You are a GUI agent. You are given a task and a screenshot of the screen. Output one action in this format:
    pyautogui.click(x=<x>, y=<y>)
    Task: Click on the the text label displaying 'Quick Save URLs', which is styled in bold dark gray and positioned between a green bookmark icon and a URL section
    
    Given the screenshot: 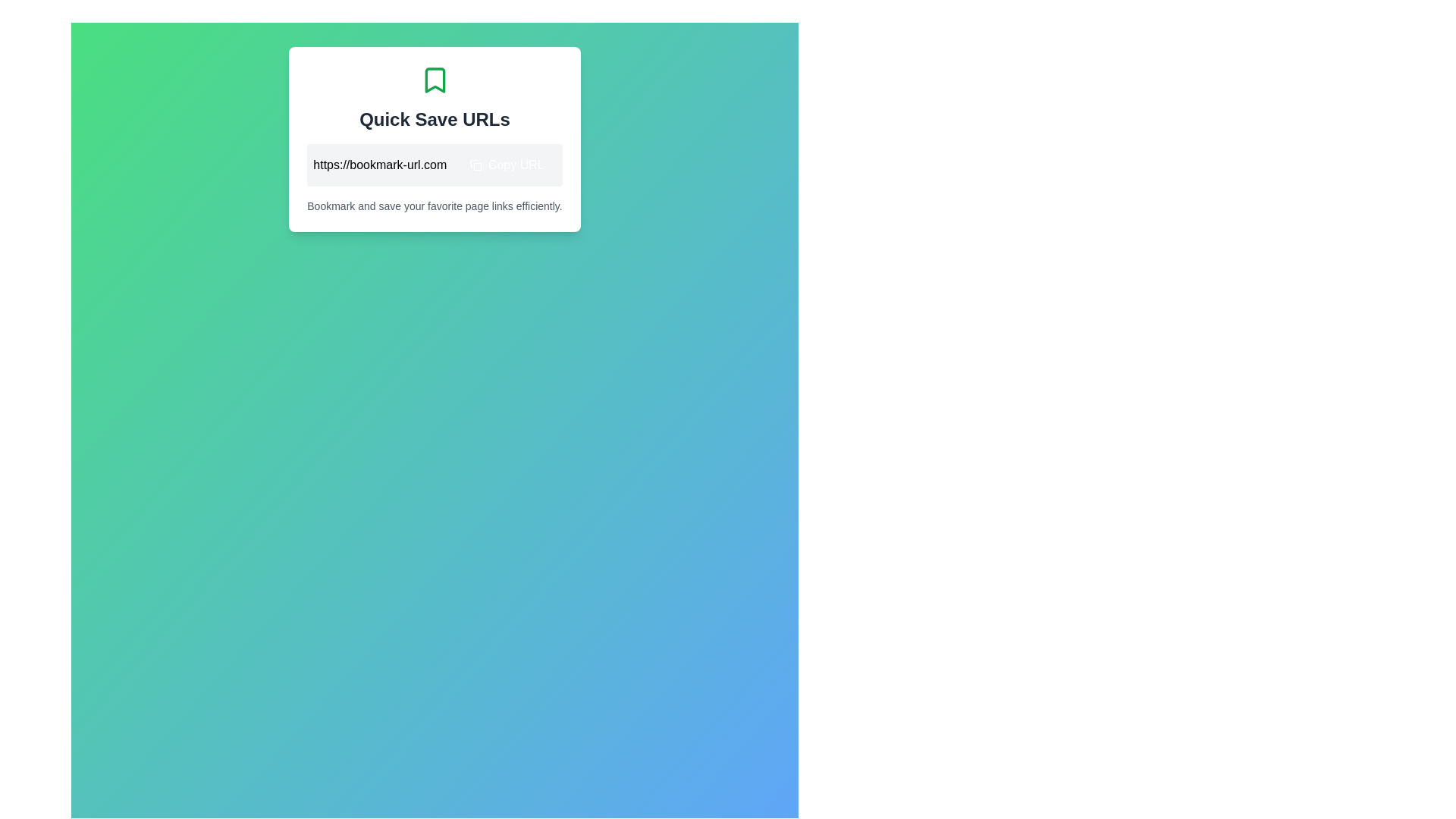 What is the action you would take?
    pyautogui.click(x=434, y=119)
    